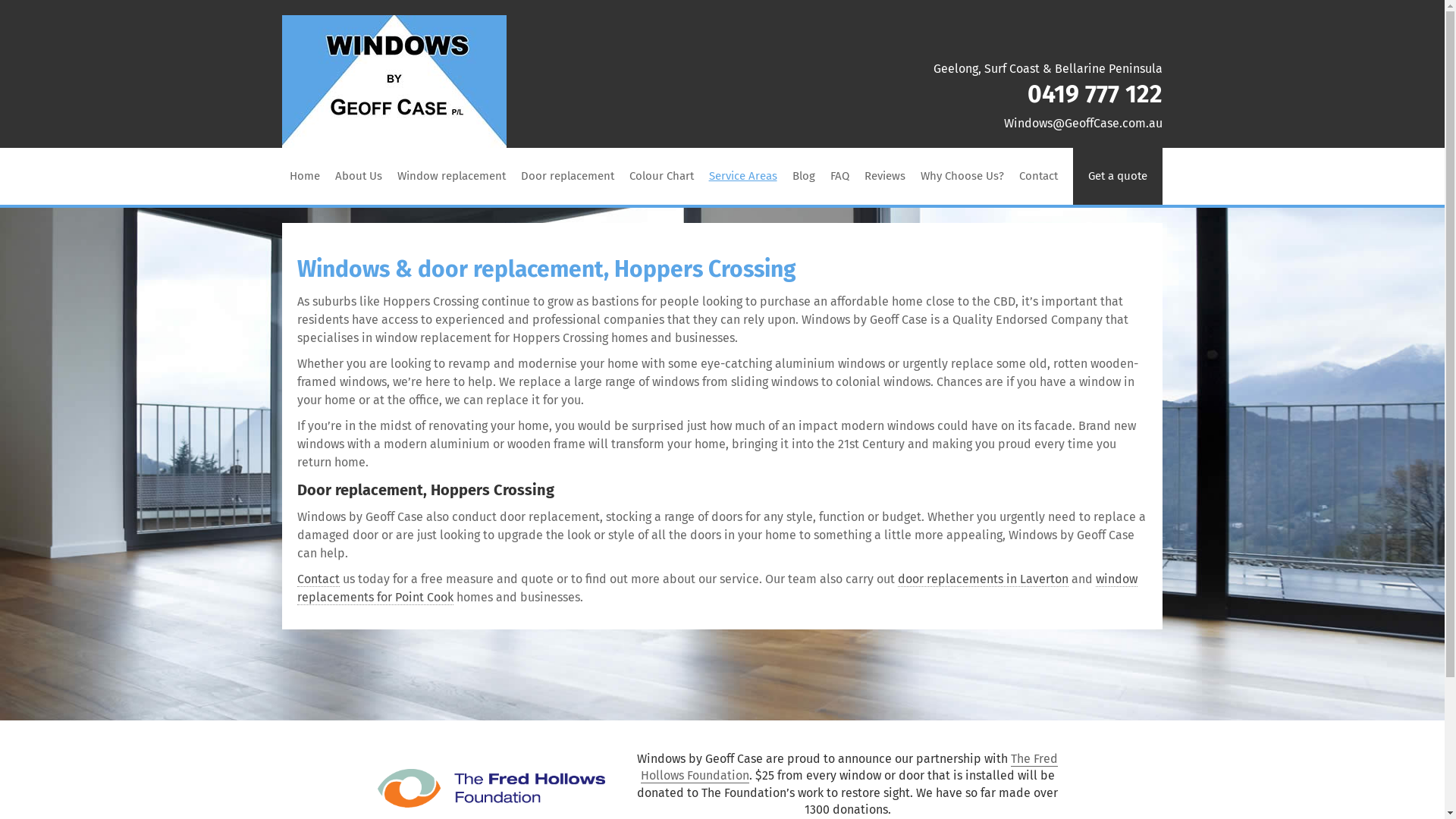 The width and height of the screenshot is (1456, 819). What do you see at coordinates (884, 175) in the screenshot?
I see `'Reviews'` at bounding box center [884, 175].